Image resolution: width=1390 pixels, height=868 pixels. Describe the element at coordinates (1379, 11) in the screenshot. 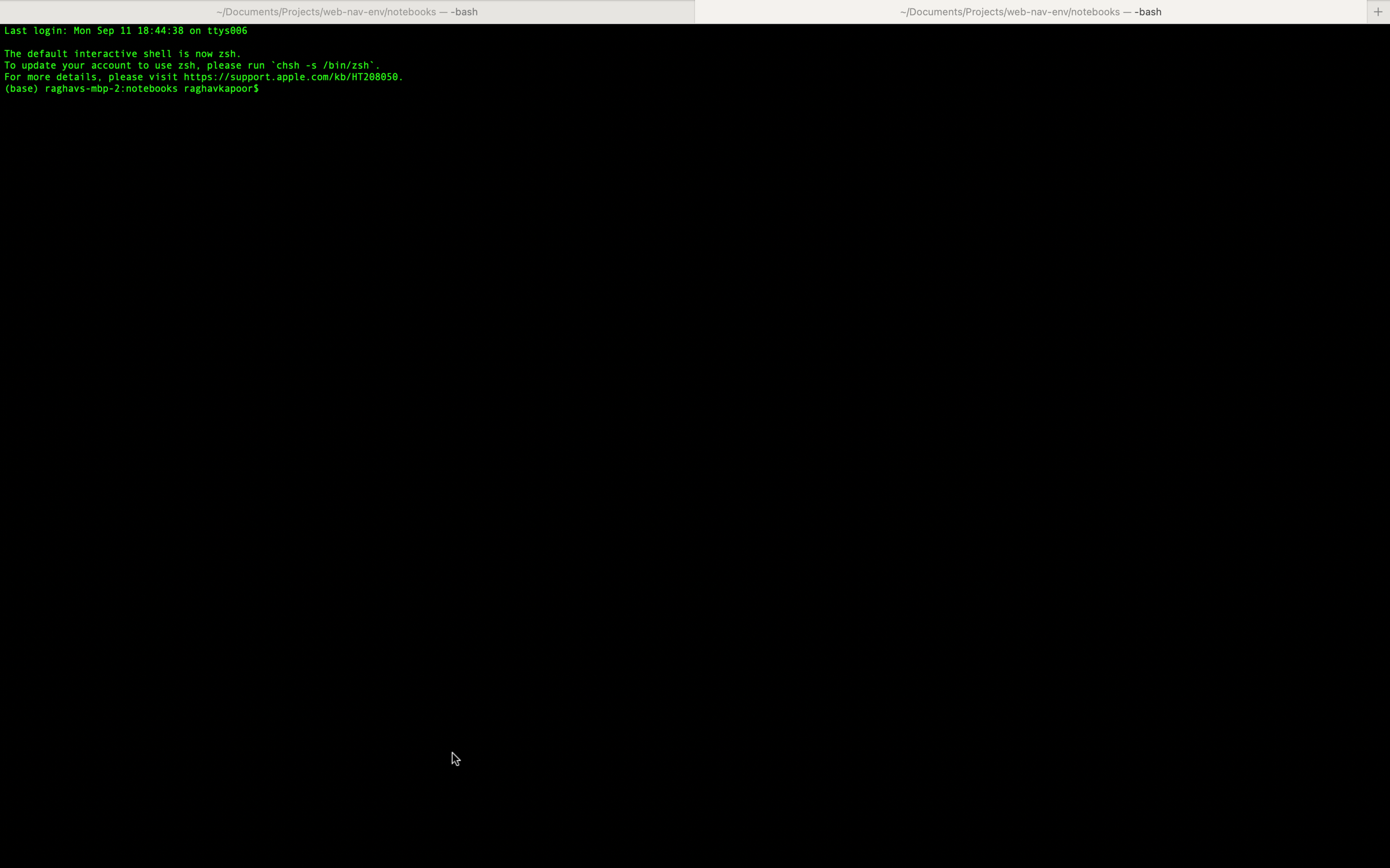

I see `Create a new tab by using the add button` at that location.